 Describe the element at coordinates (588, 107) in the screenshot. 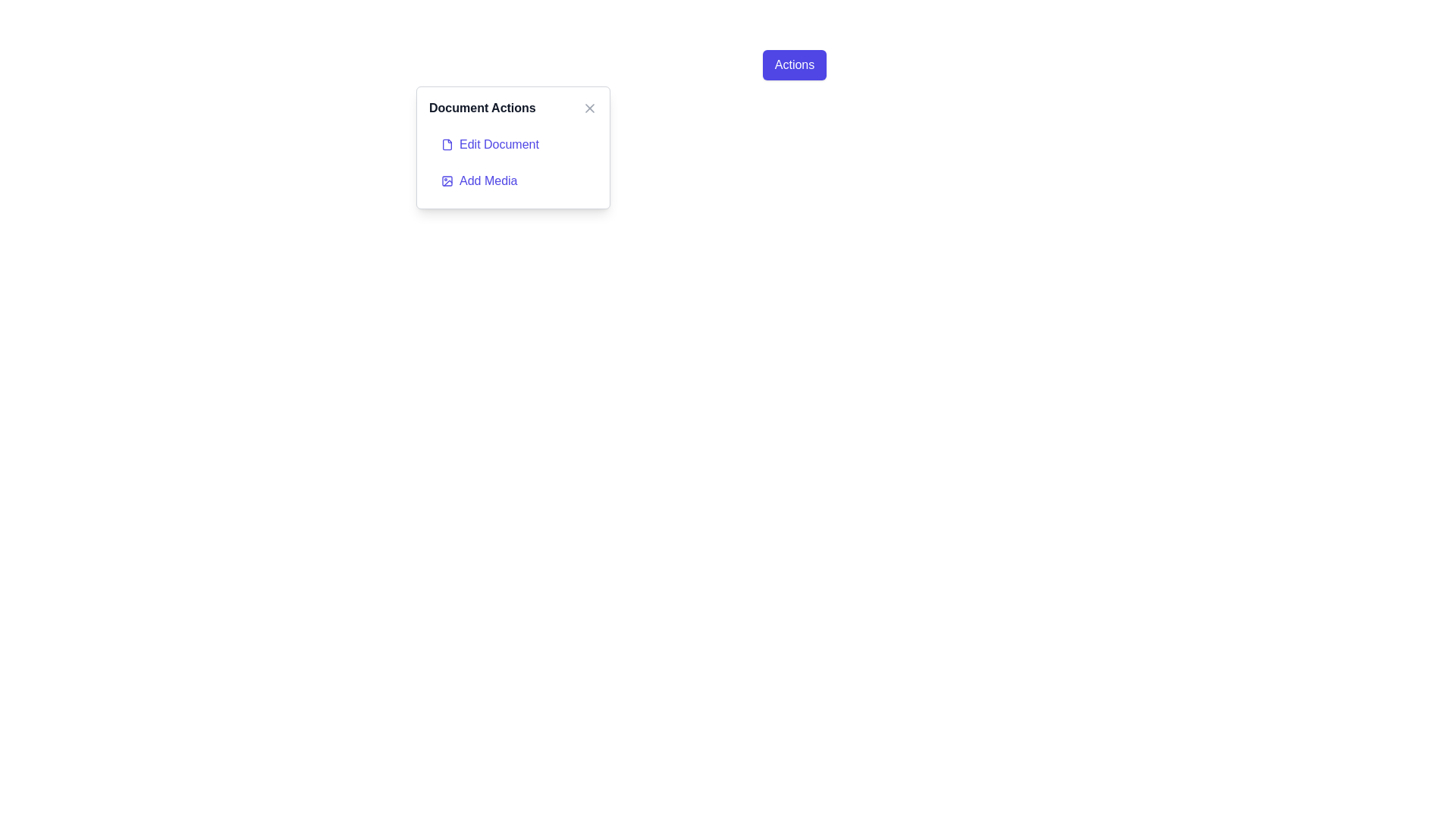

I see `the small 'X' button located at the top-right corner of the 'Document Actions' section` at that location.